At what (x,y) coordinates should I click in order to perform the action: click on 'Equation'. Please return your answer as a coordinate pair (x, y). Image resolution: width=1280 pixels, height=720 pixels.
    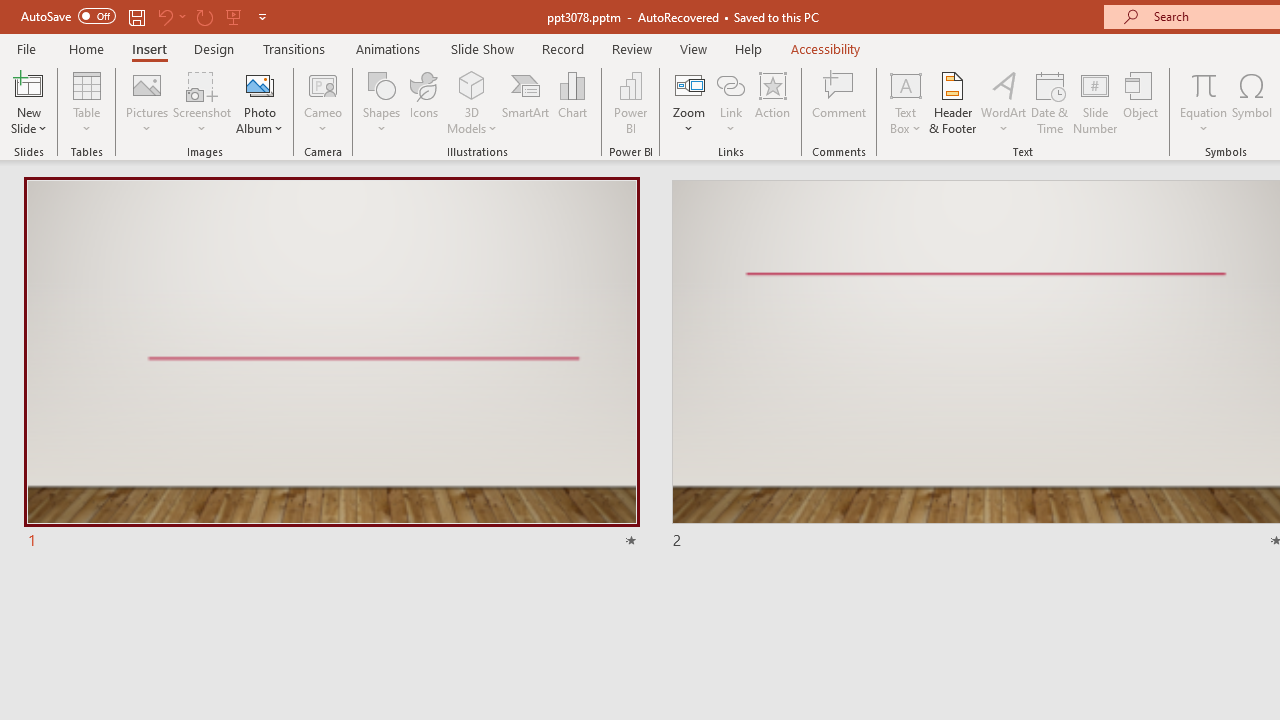
    Looking at the image, I should click on (1202, 84).